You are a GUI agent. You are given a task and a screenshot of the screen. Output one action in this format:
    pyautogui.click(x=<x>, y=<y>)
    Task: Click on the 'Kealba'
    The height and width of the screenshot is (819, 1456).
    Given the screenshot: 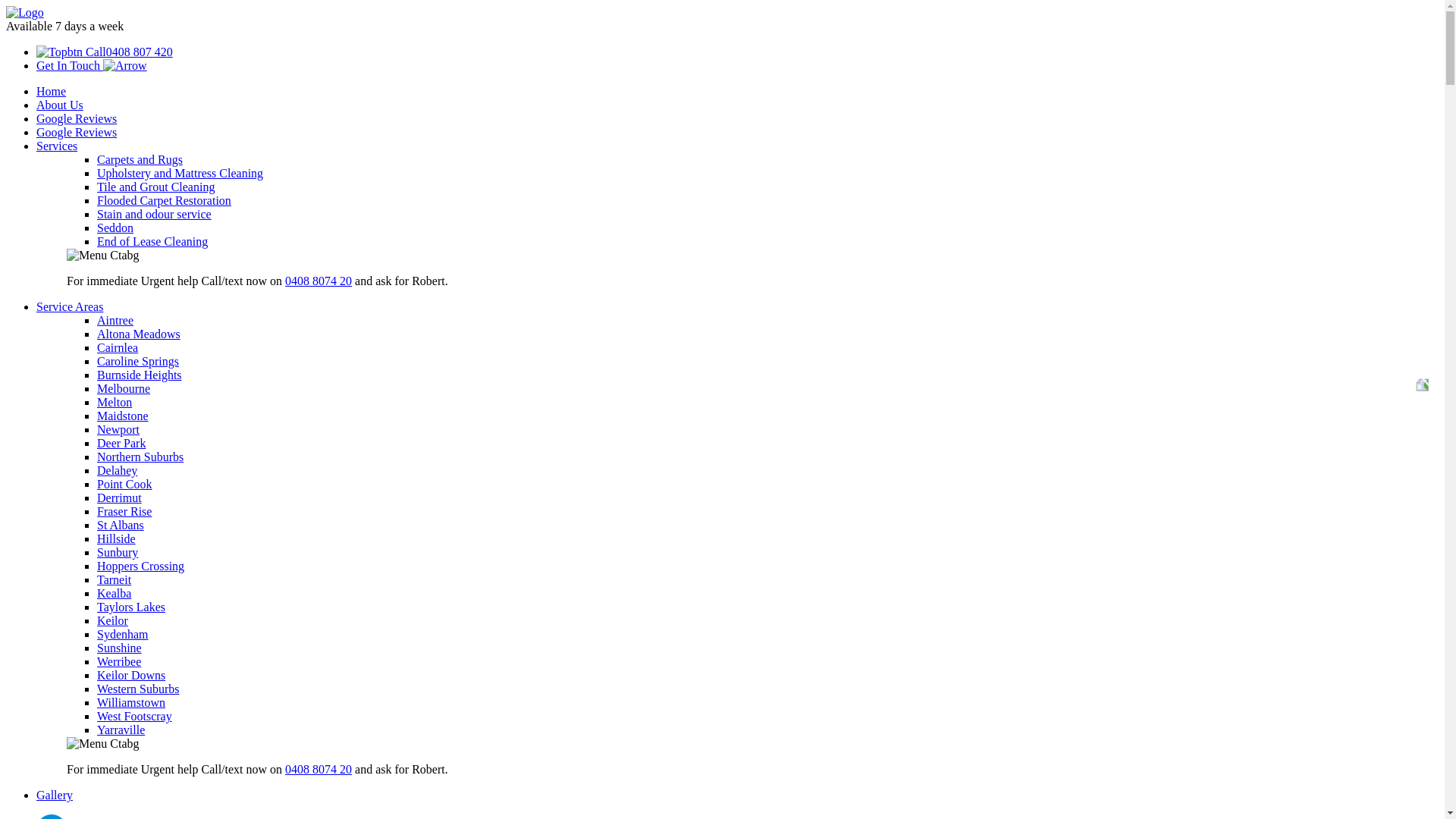 What is the action you would take?
    pyautogui.click(x=96, y=592)
    